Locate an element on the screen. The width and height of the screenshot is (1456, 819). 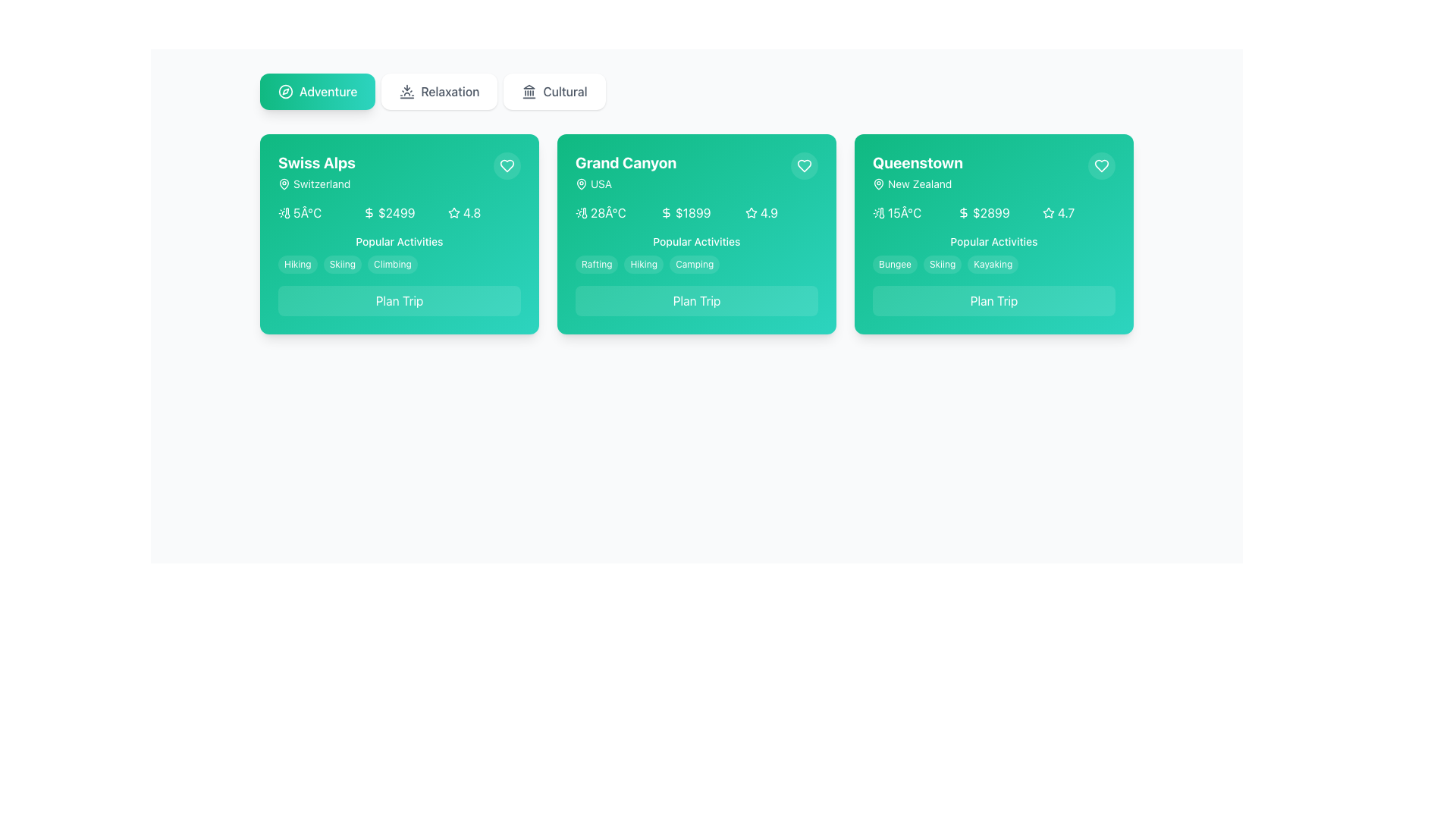
the 'Relaxation' button, which has a white background, a sunset icon on the left, and a gray font label centered next to it is located at coordinates (438, 91).